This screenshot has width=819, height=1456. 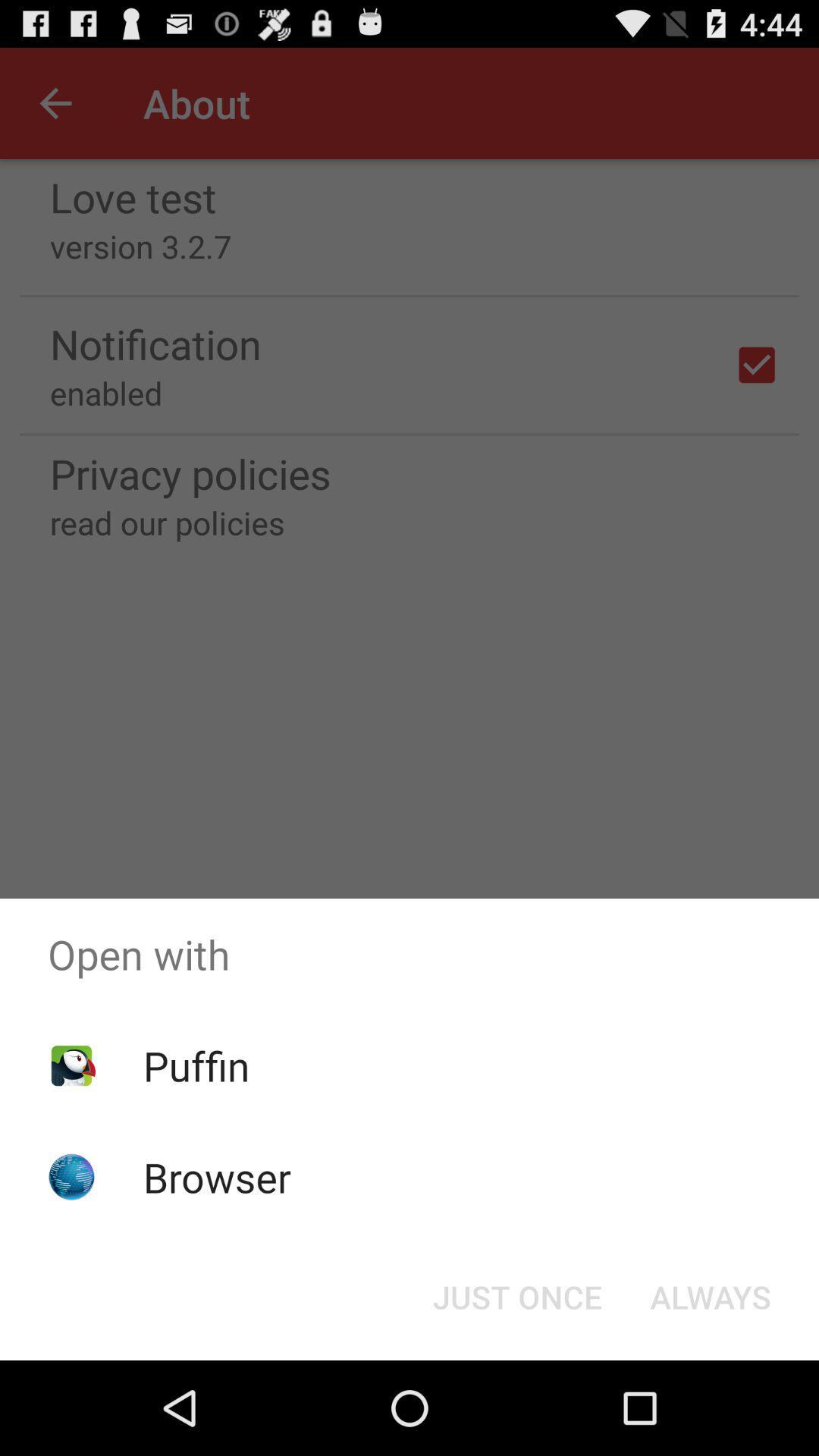 What do you see at coordinates (516, 1295) in the screenshot?
I see `the icon to the left of always icon` at bounding box center [516, 1295].